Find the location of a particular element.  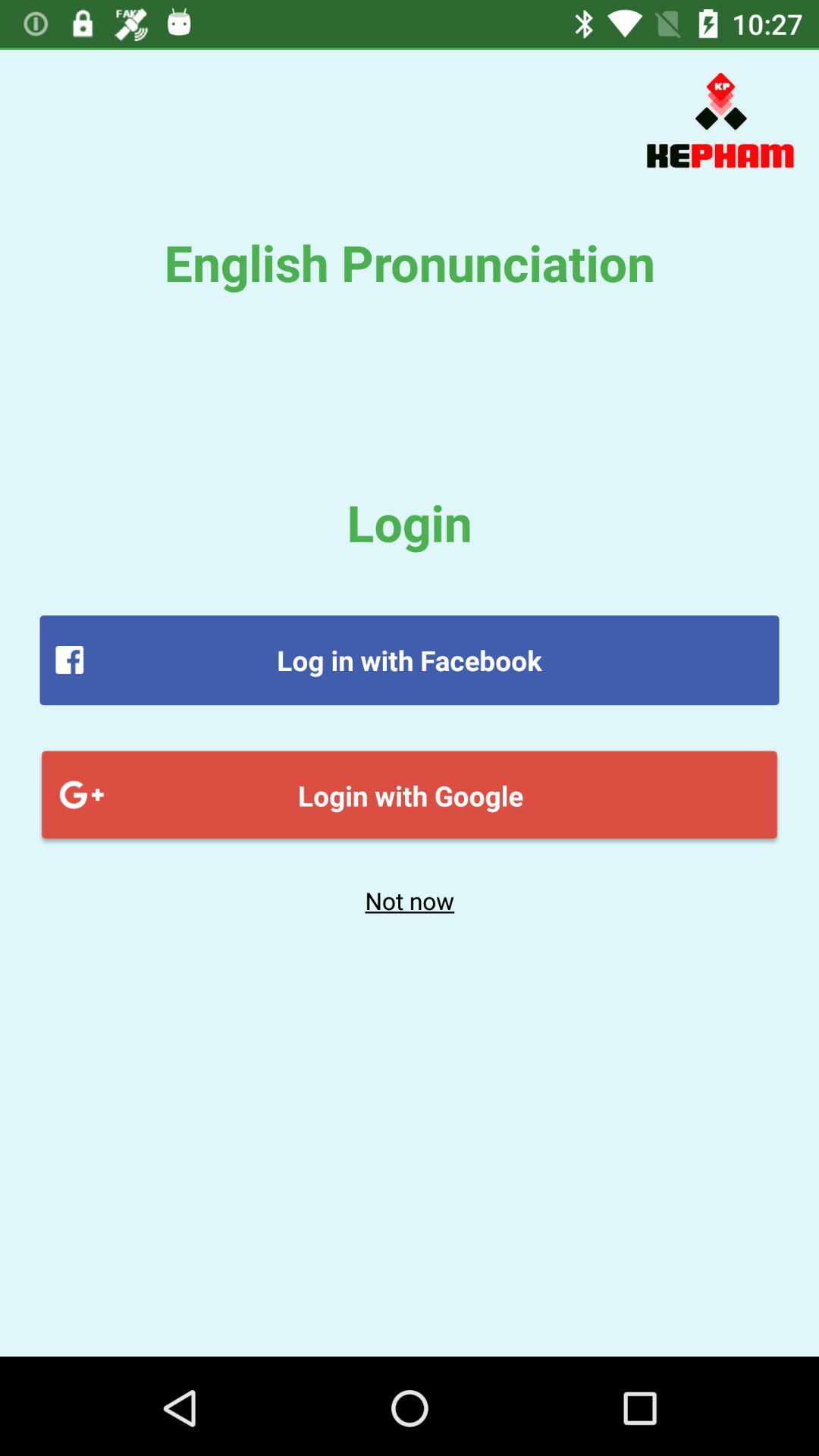

the not now is located at coordinates (409, 900).